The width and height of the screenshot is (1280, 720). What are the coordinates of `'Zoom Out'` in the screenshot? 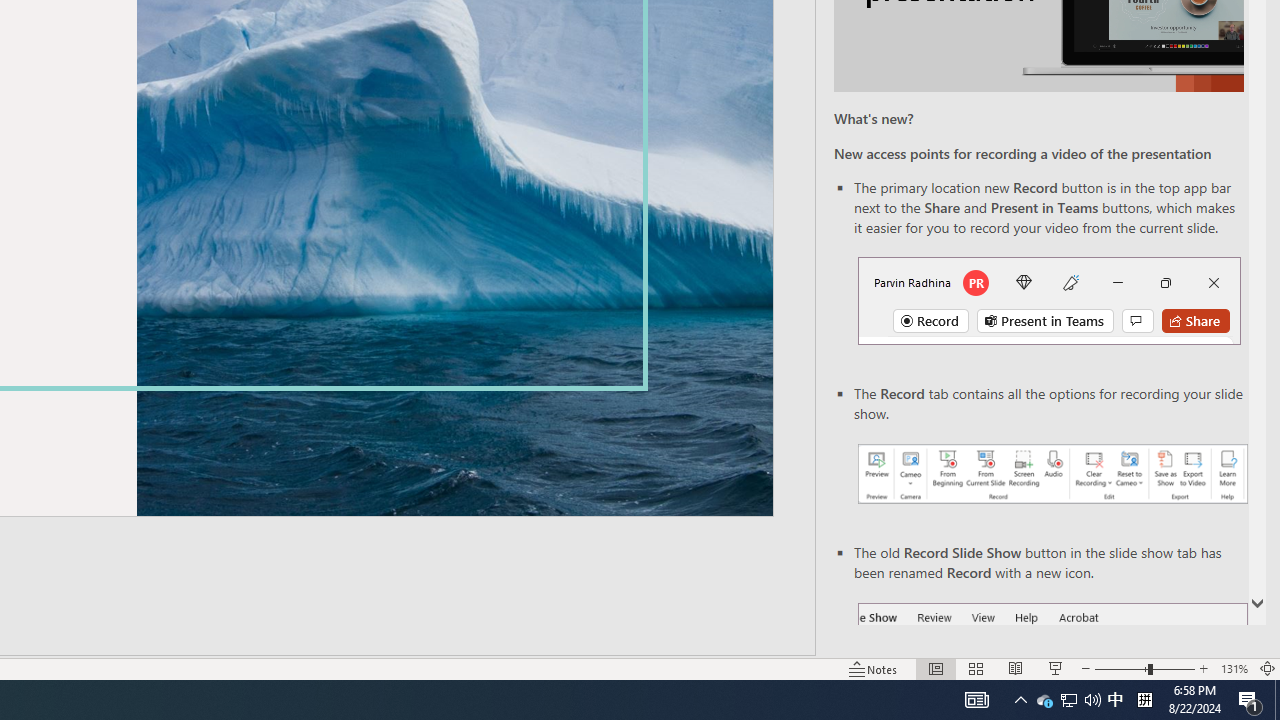 It's located at (1121, 669).